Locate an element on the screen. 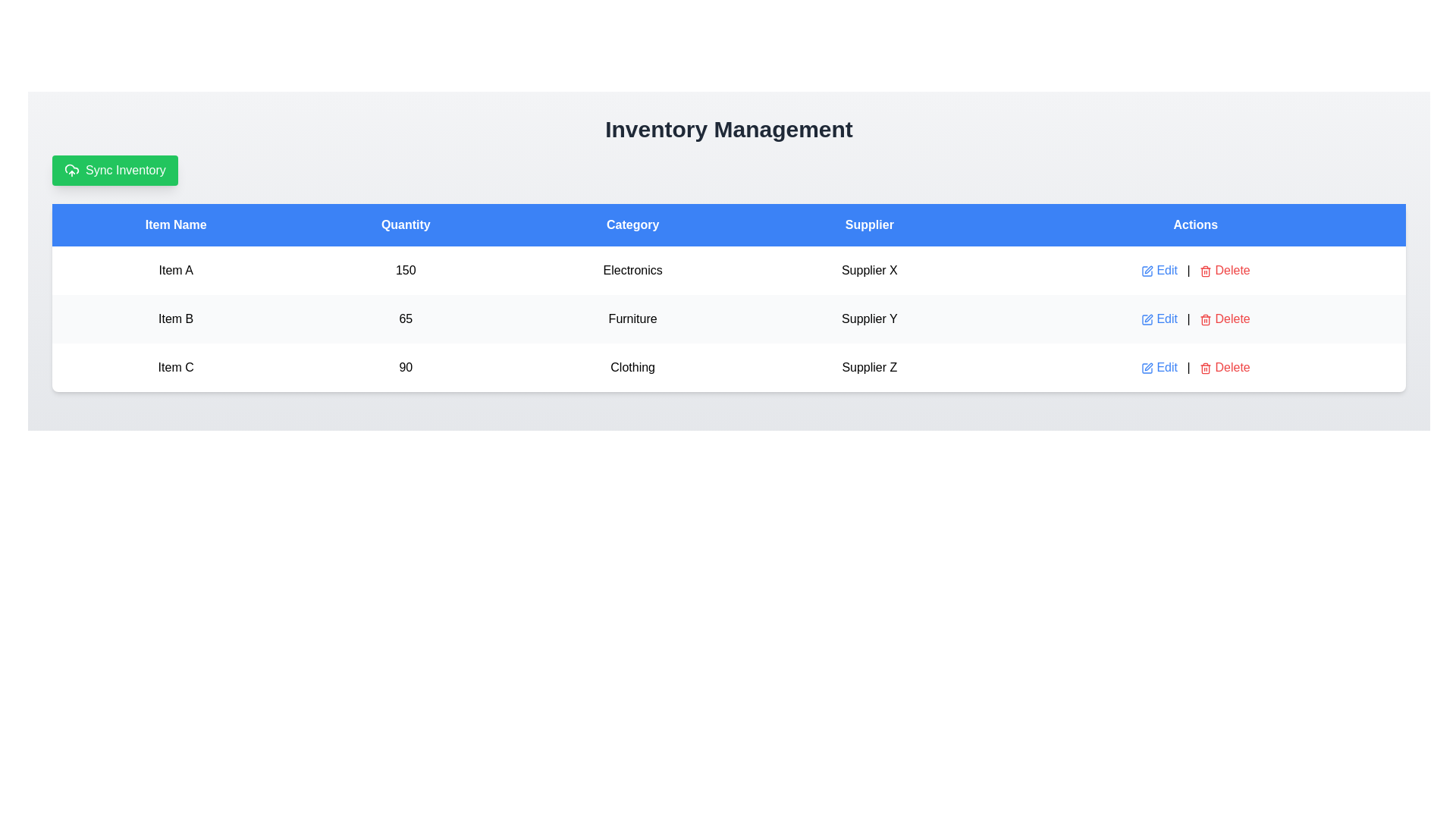 Image resolution: width=1456 pixels, height=819 pixels. the non-interactive label displaying the name of the inventory item, located in the third row of the table under the 'Item Name' column, positioned to the left of '90' and above 'Clothing' is located at coordinates (176, 368).